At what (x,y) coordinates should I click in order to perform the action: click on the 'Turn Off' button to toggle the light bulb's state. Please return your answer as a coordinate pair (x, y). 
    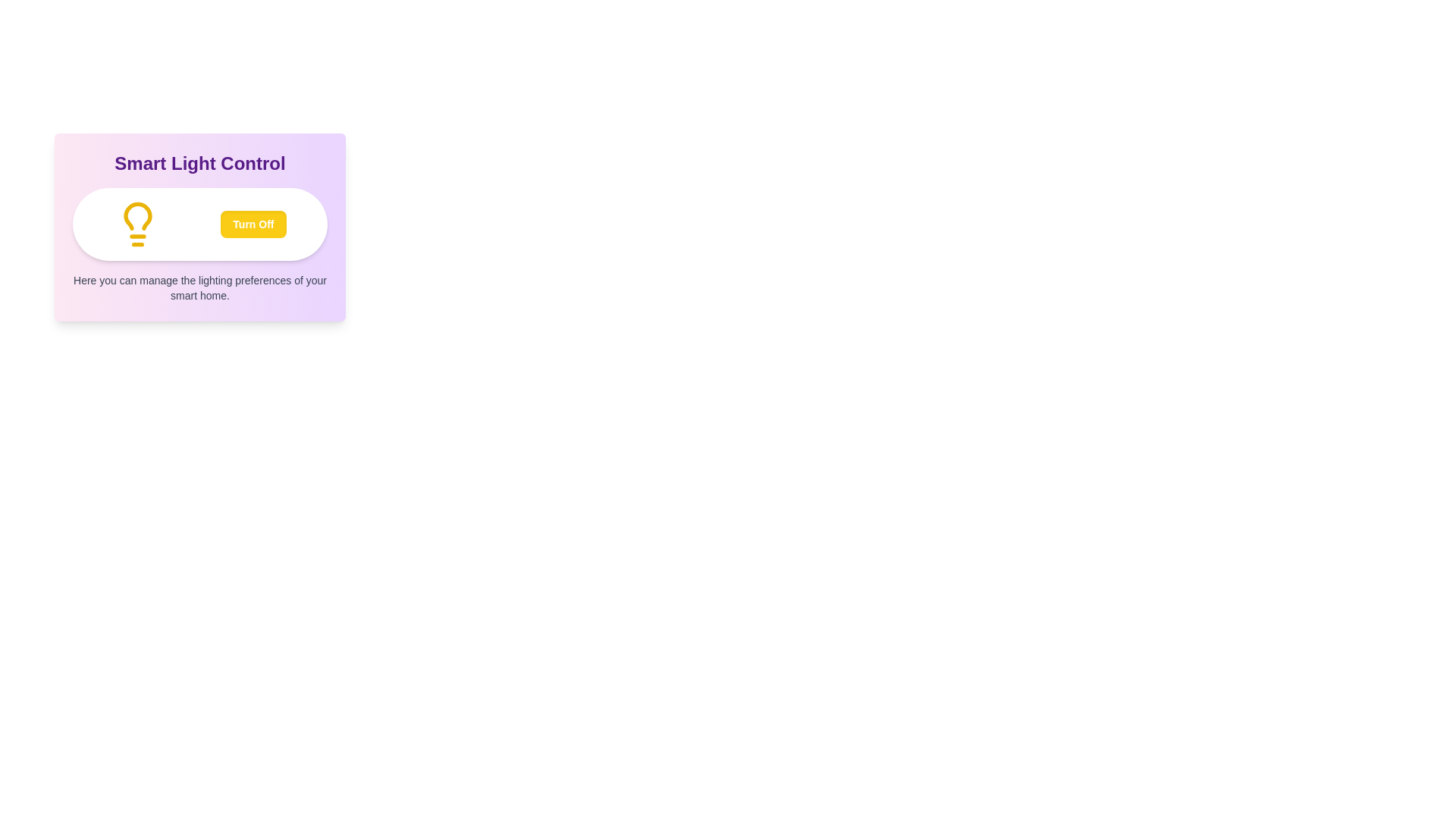
    Looking at the image, I should click on (253, 224).